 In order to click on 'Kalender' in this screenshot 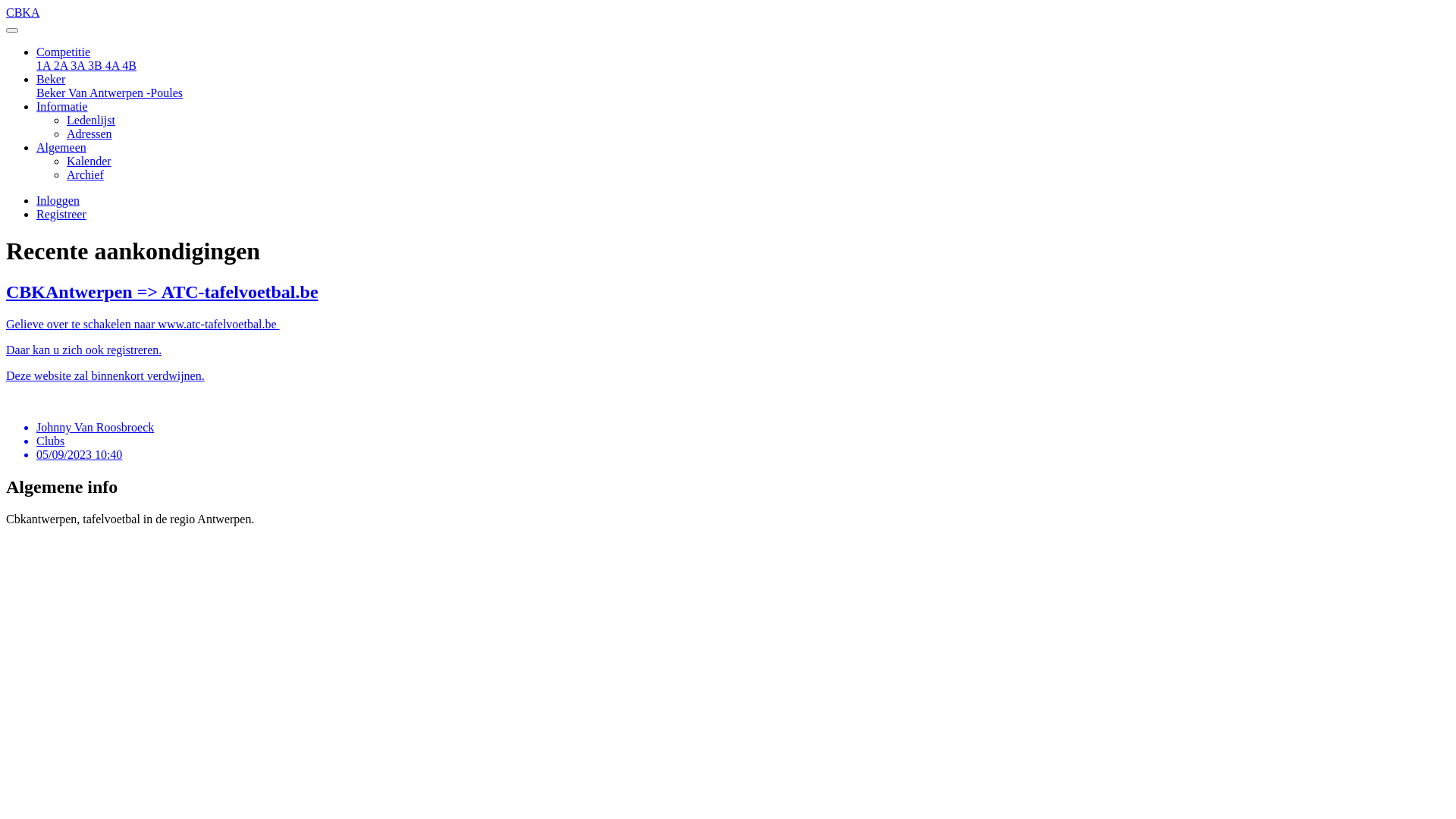, I will do `click(65, 161)`.